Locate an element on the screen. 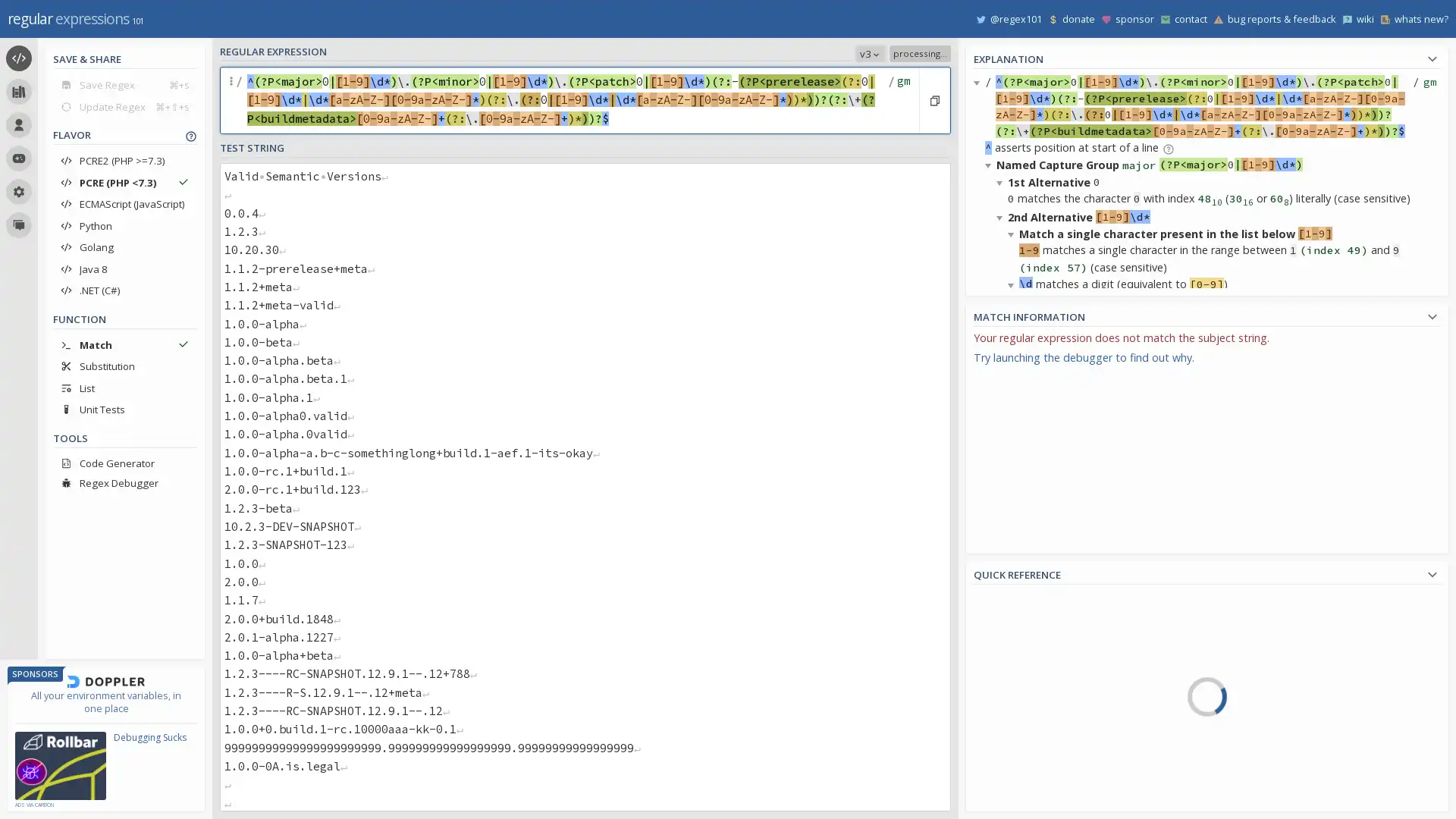 This screenshot has height=819, width=1456. All Tokens is located at coordinates (1044, 629).